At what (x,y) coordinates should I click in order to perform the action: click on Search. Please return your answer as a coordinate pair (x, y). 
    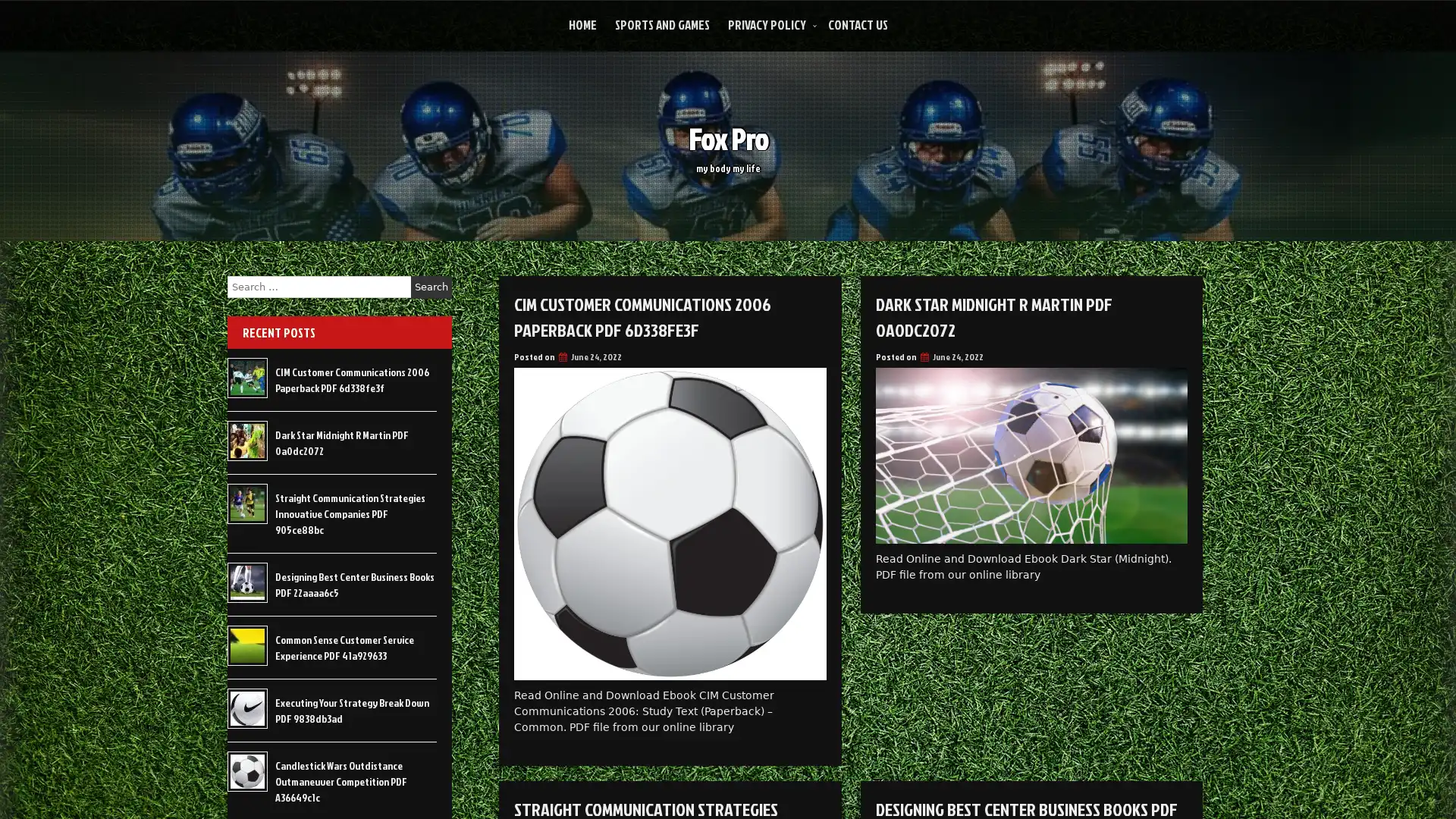
    Looking at the image, I should click on (431, 287).